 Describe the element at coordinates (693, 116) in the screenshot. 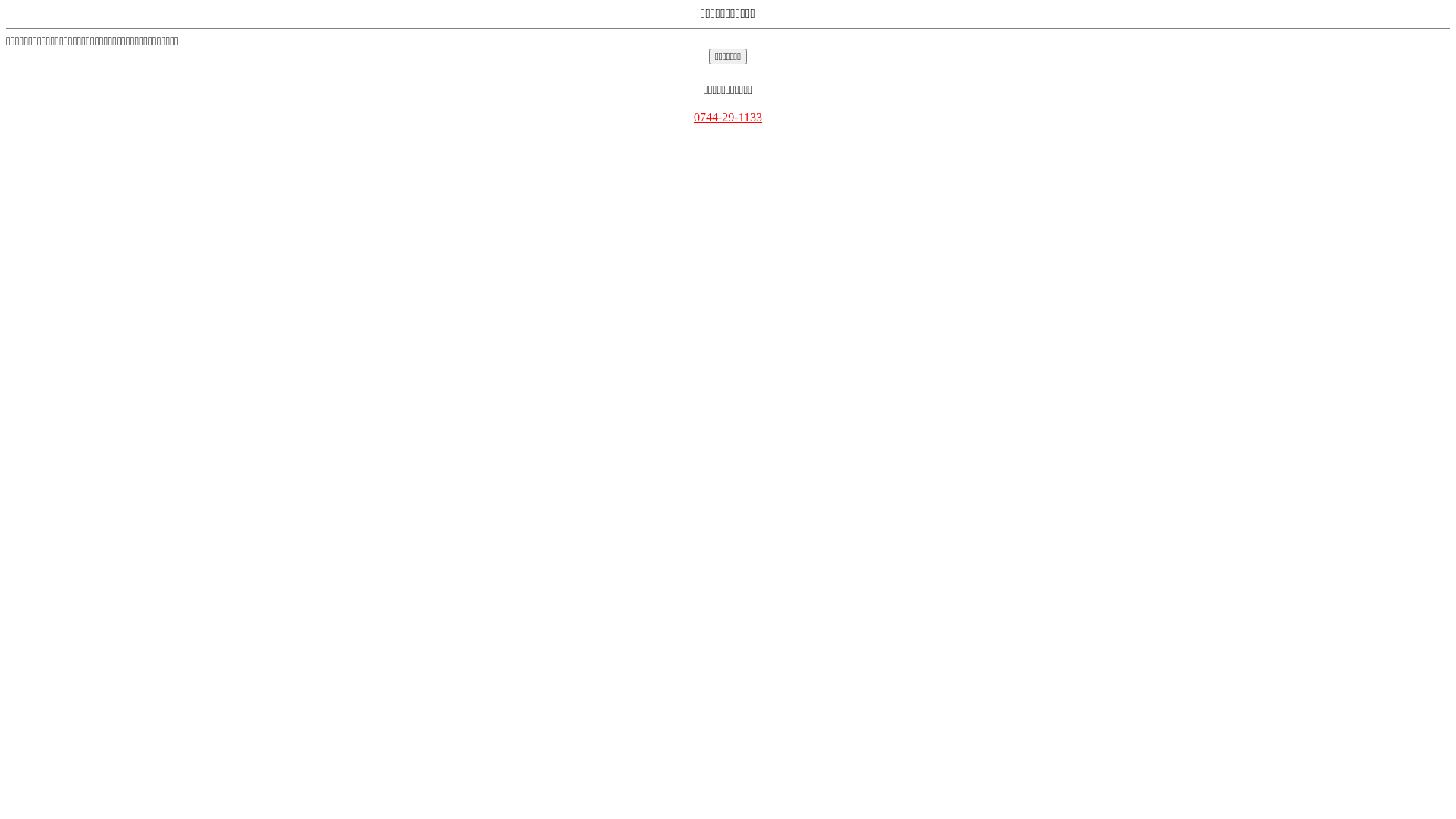

I see `'0744-29-1133'` at that location.